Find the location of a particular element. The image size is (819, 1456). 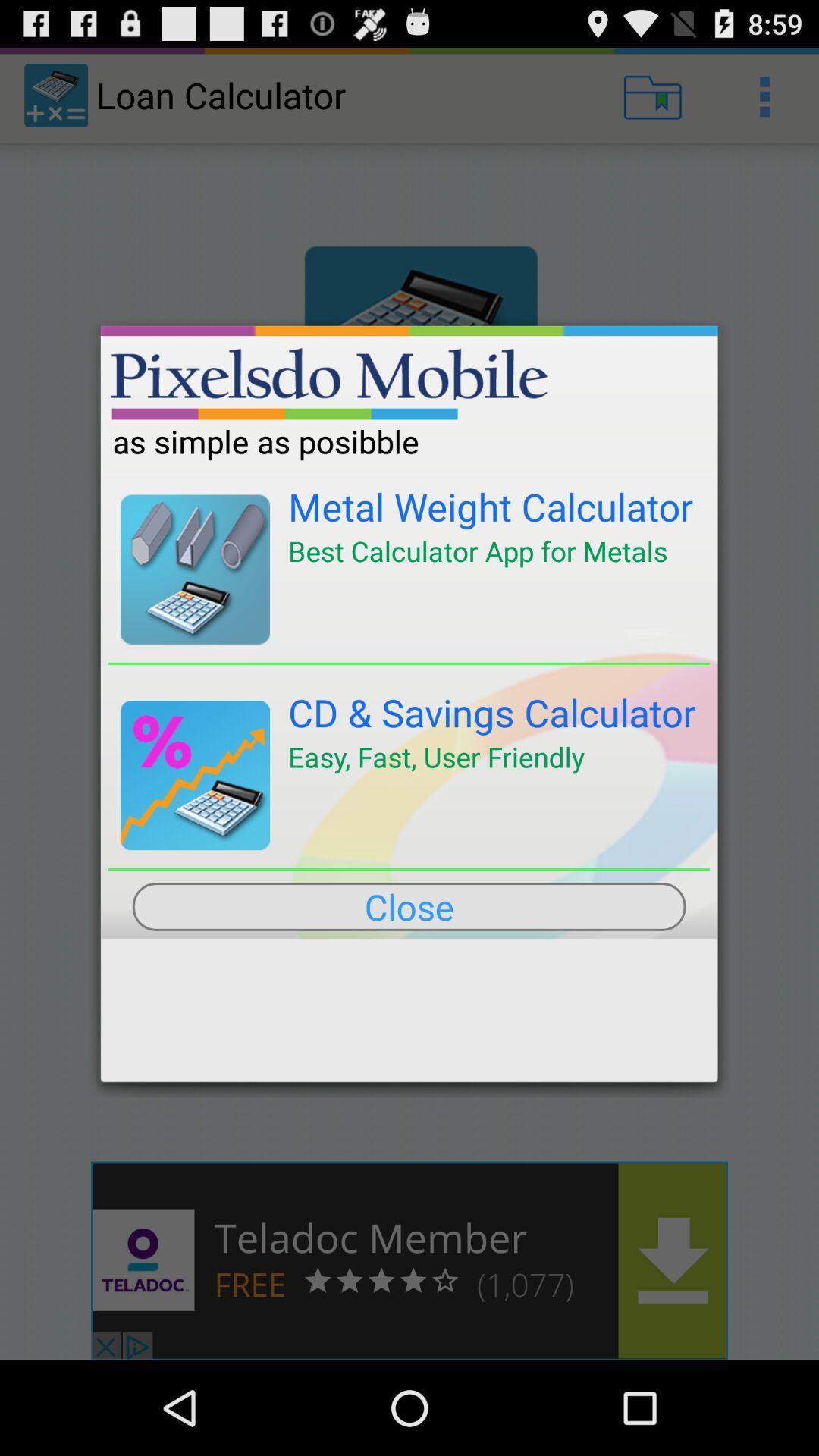

easy fast user item is located at coordinates (436, 757).